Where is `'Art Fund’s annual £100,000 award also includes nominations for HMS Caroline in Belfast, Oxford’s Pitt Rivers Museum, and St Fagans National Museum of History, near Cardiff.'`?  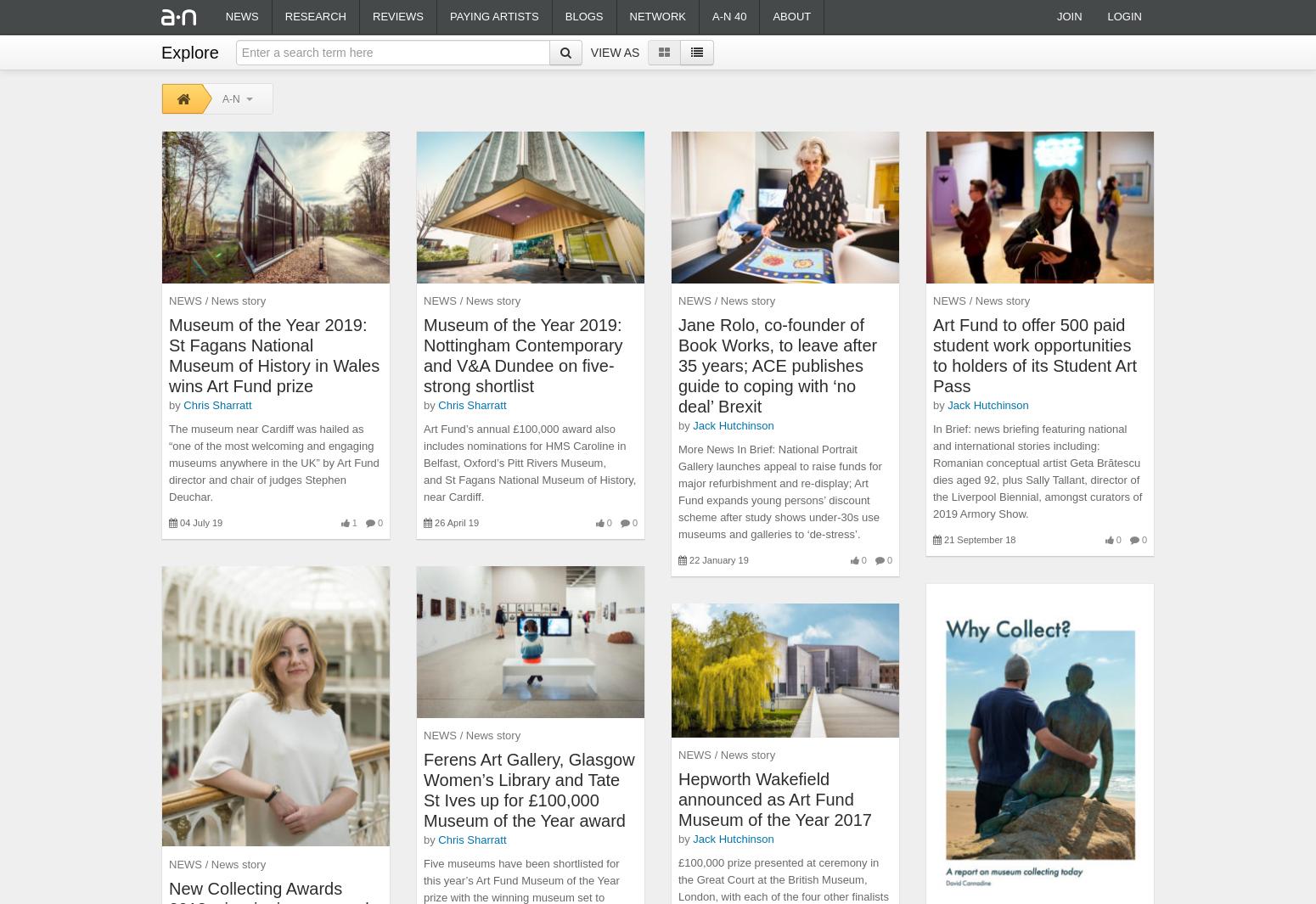 'Art Fund’s annual £100,000 award also includes nominations for HMS Caroline in Belfast, Oxford’s Pitt Rivers Museum, and St Fagans National Museum of History, near Cardiff.' is located at coordinates (422, 463).